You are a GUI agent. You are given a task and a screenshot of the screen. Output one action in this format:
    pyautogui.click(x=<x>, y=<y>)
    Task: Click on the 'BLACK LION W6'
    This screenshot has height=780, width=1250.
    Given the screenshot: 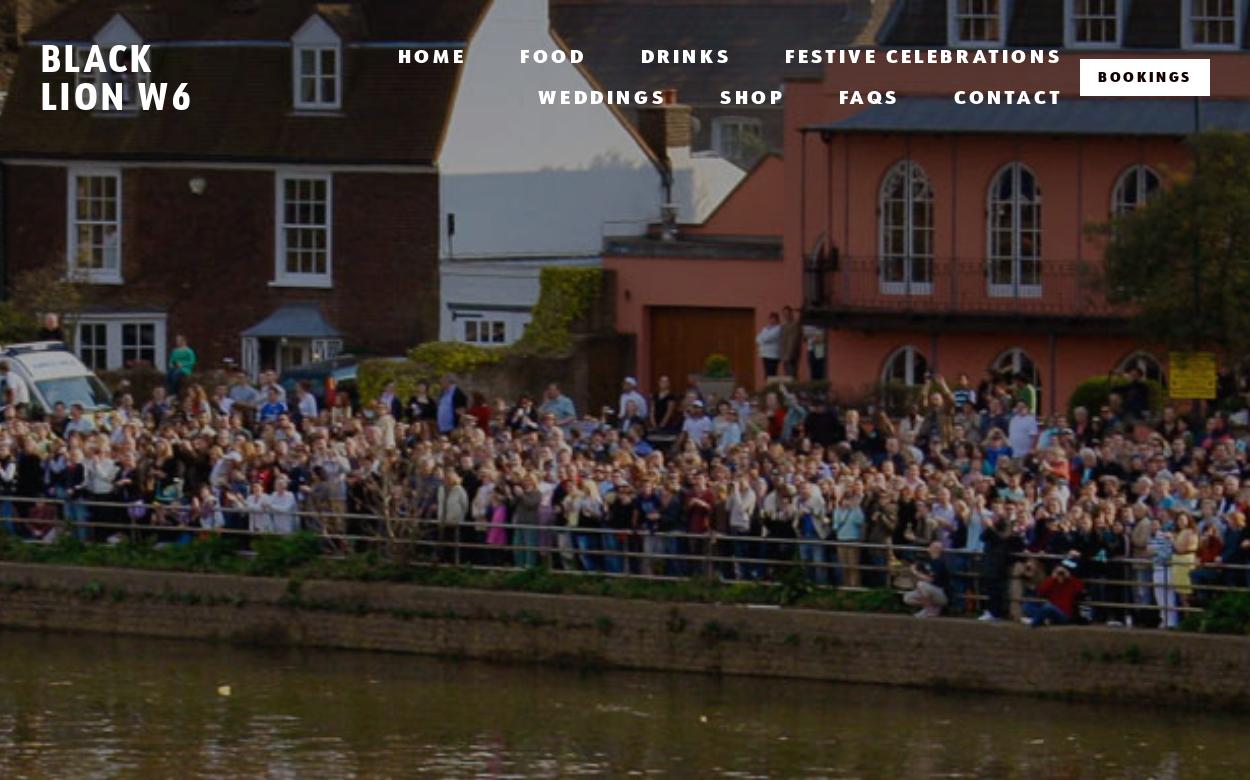 What is the action you would take?
    pyautogui.click(x=114, y=76)
    